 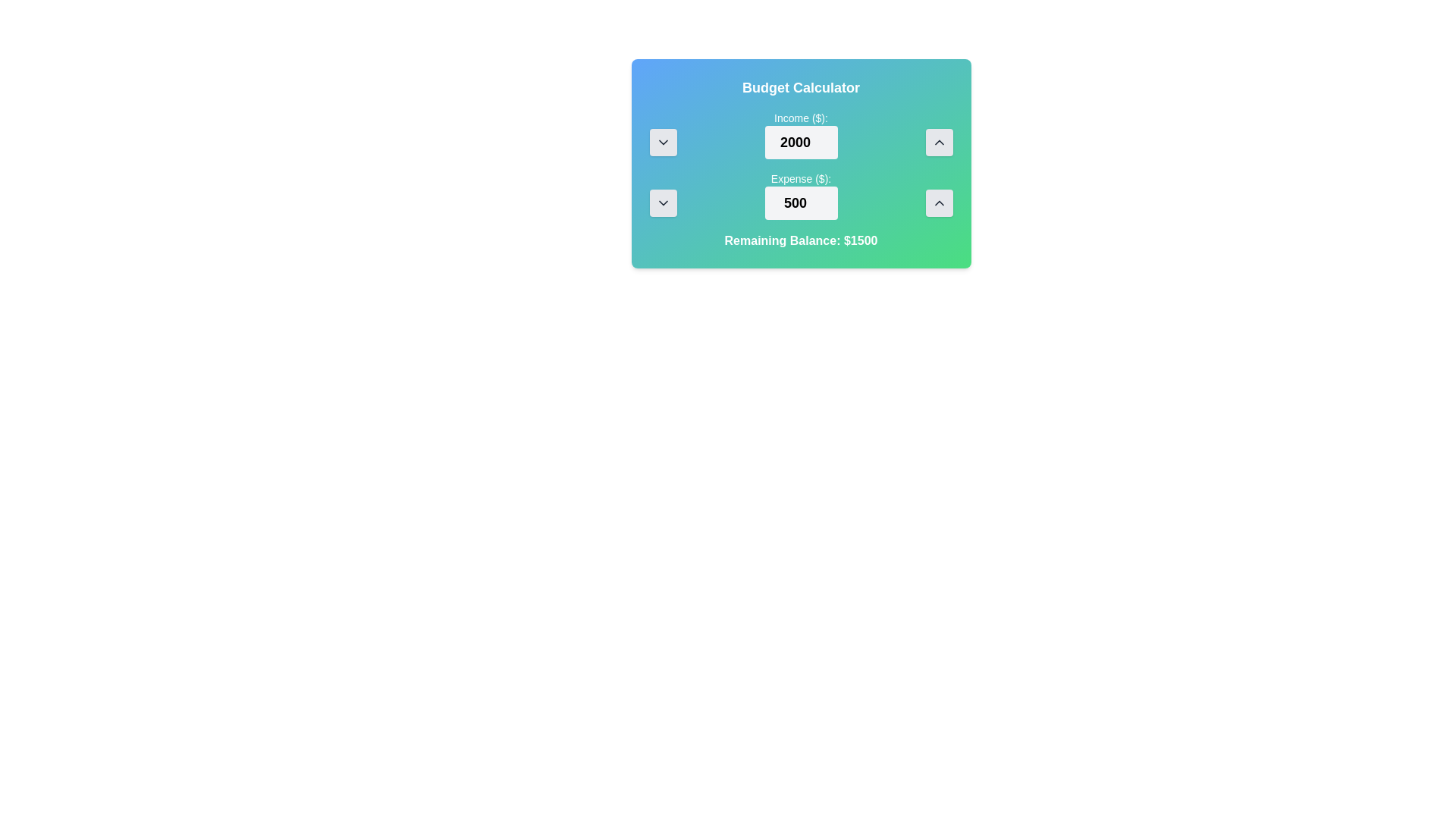 I want to click on the Number input box displaying '2000' in the Budget Calculator interface, which is centrally located under the 'Income ($):' label, so click(x=800, y=133).